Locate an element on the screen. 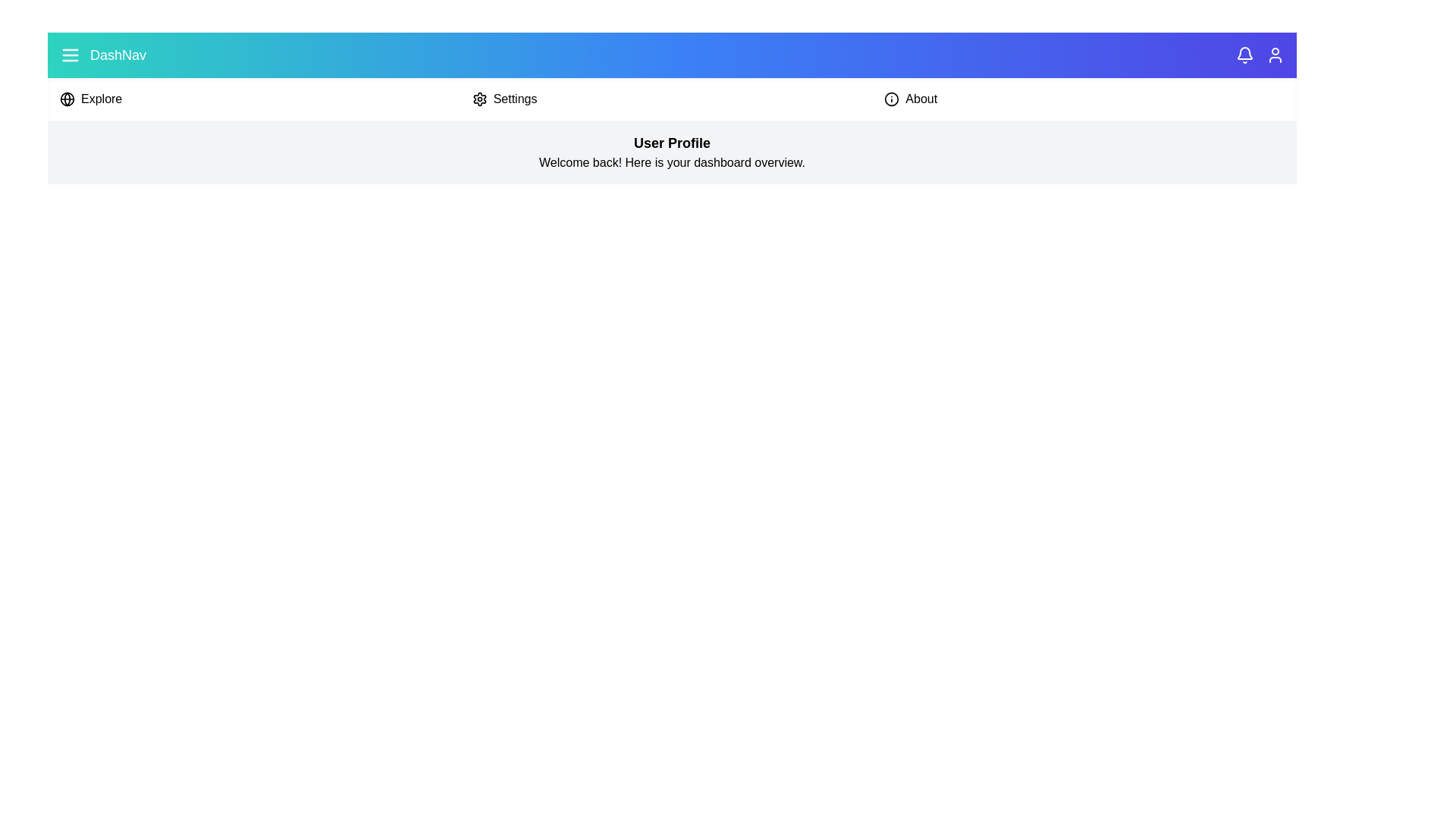  the notification icon to view alerts is located at coordinates (1244, 55).